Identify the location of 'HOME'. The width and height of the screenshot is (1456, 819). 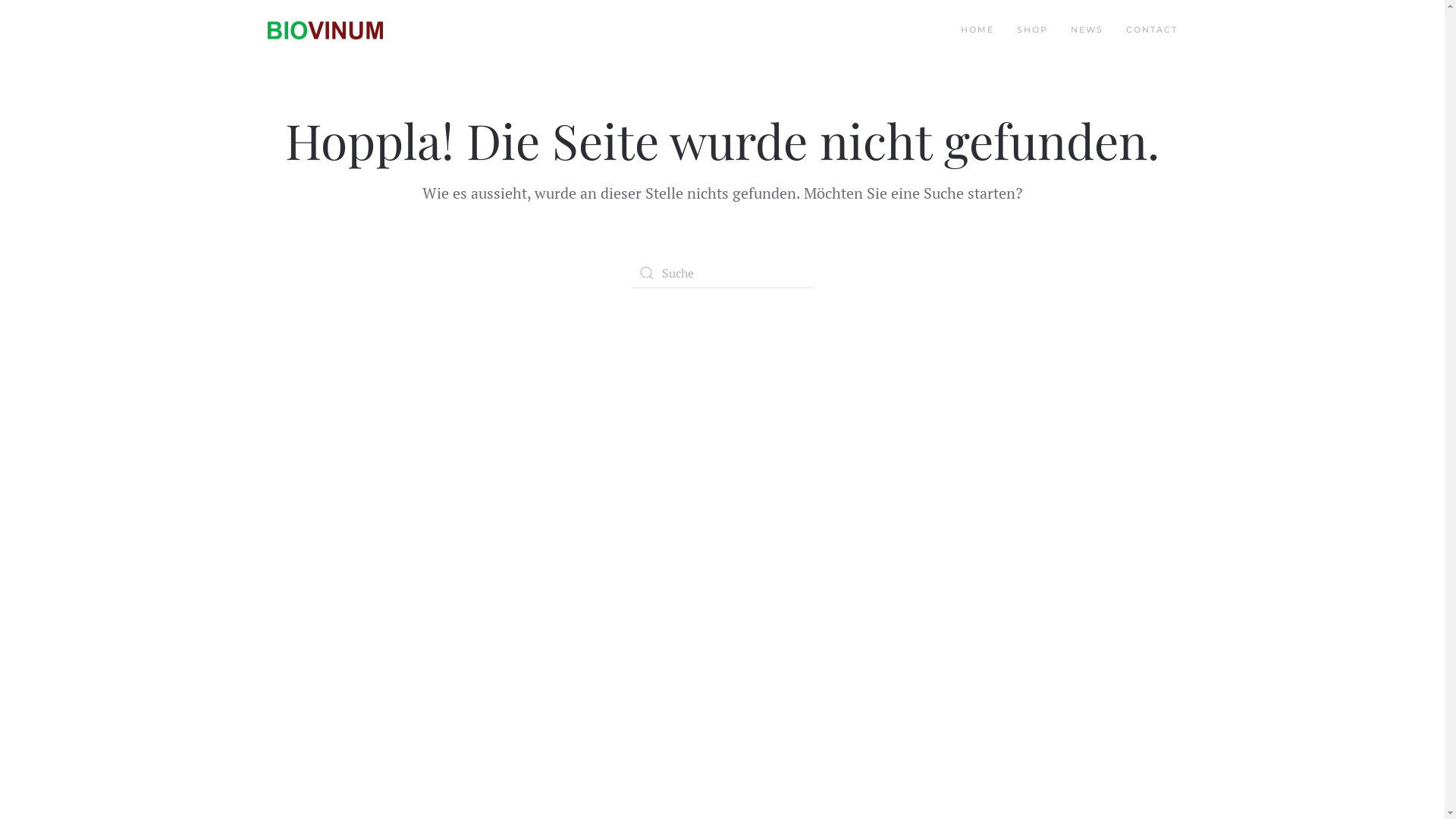
(976, 30).